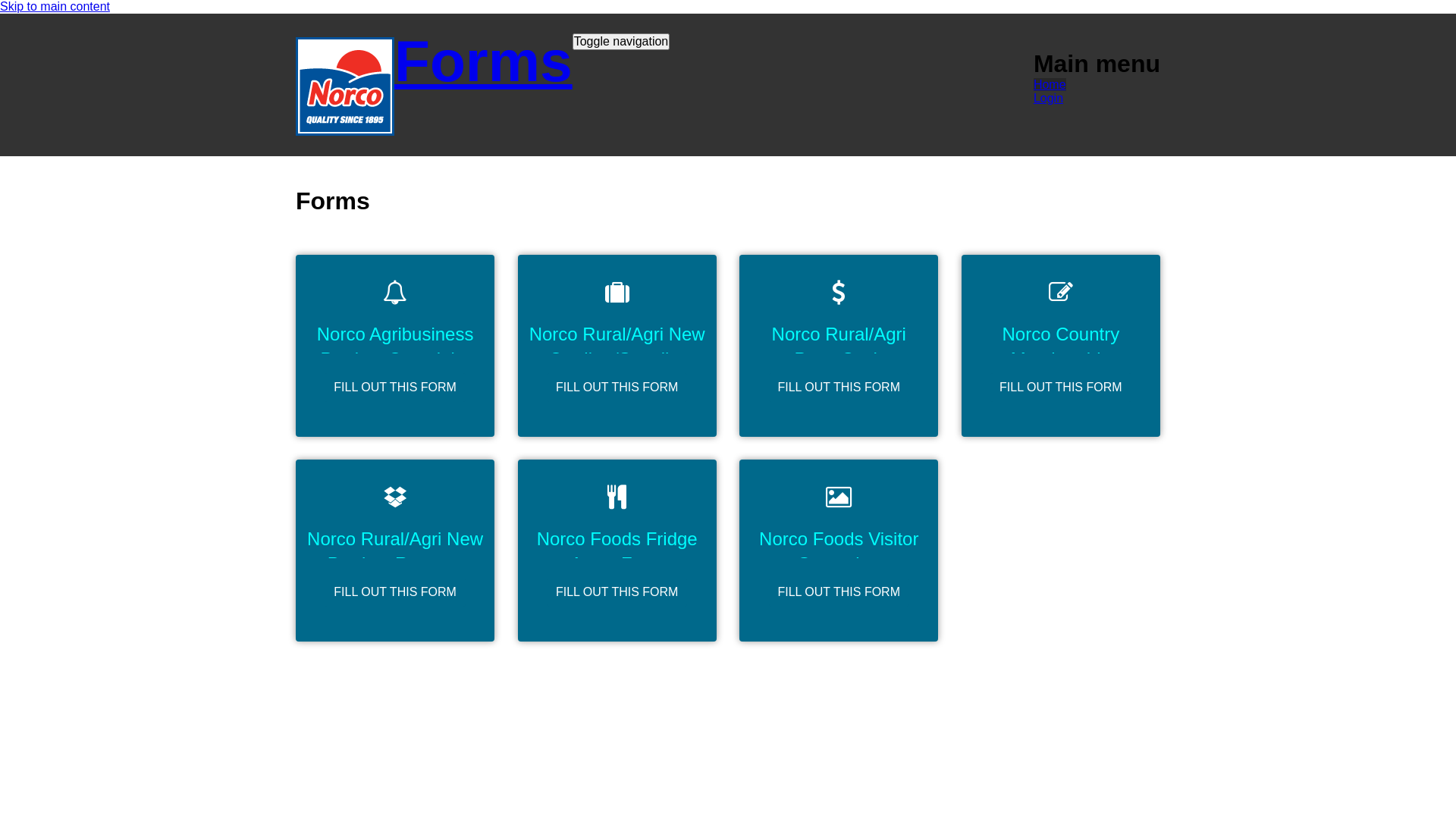  What do you see at coordinates (1059, 386) in the screenshot?
I see `'FILL OUT THIS FORM'` at bounding box center [1059, 386].